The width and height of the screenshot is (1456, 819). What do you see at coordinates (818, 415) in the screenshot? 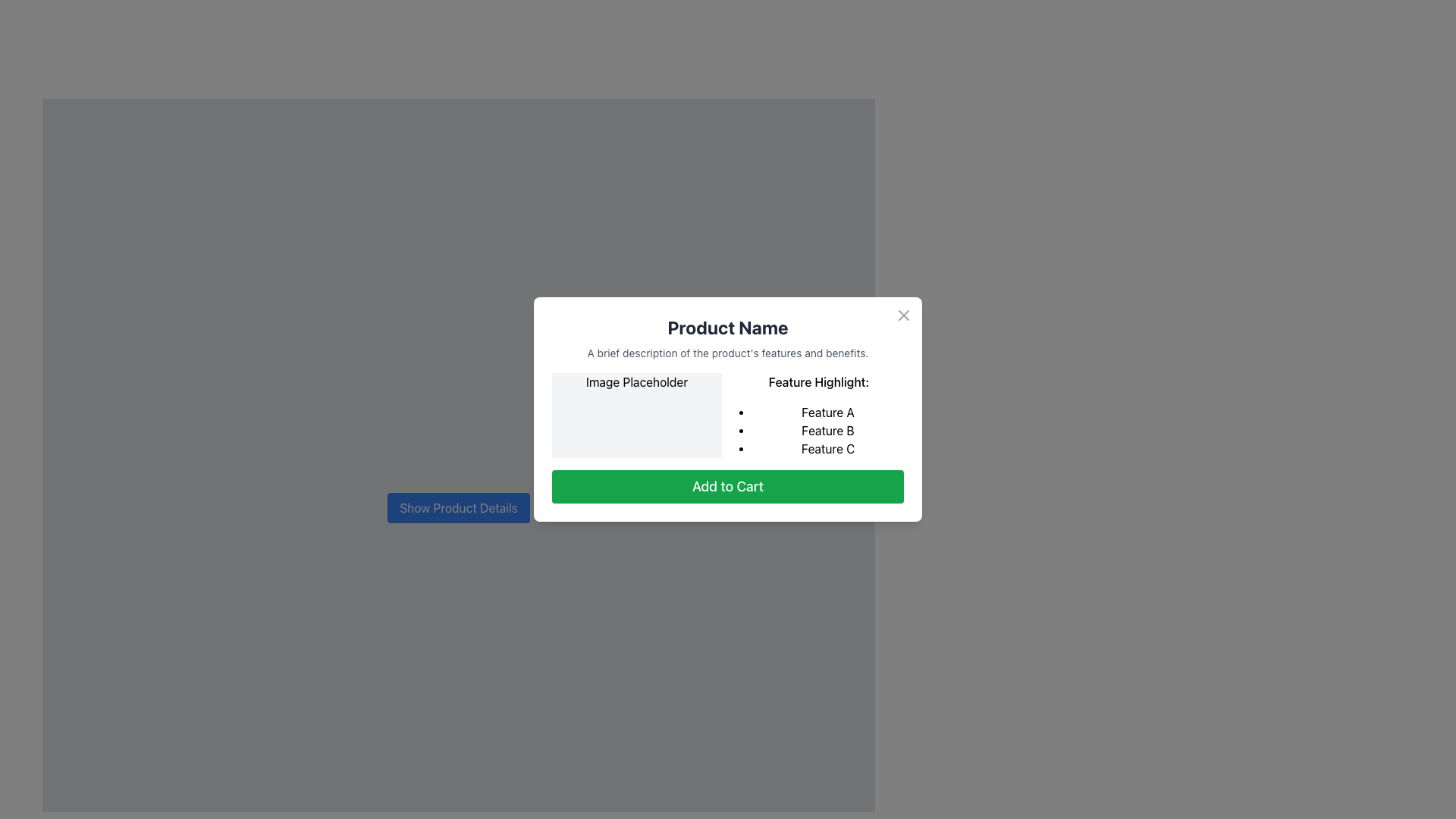
I see `the vertically aligned list containing the title 'Feature Highlight:' and the bullet points 'Feature A', 'Feature B', and 'Feature C'` at bounding box center [818, 415].